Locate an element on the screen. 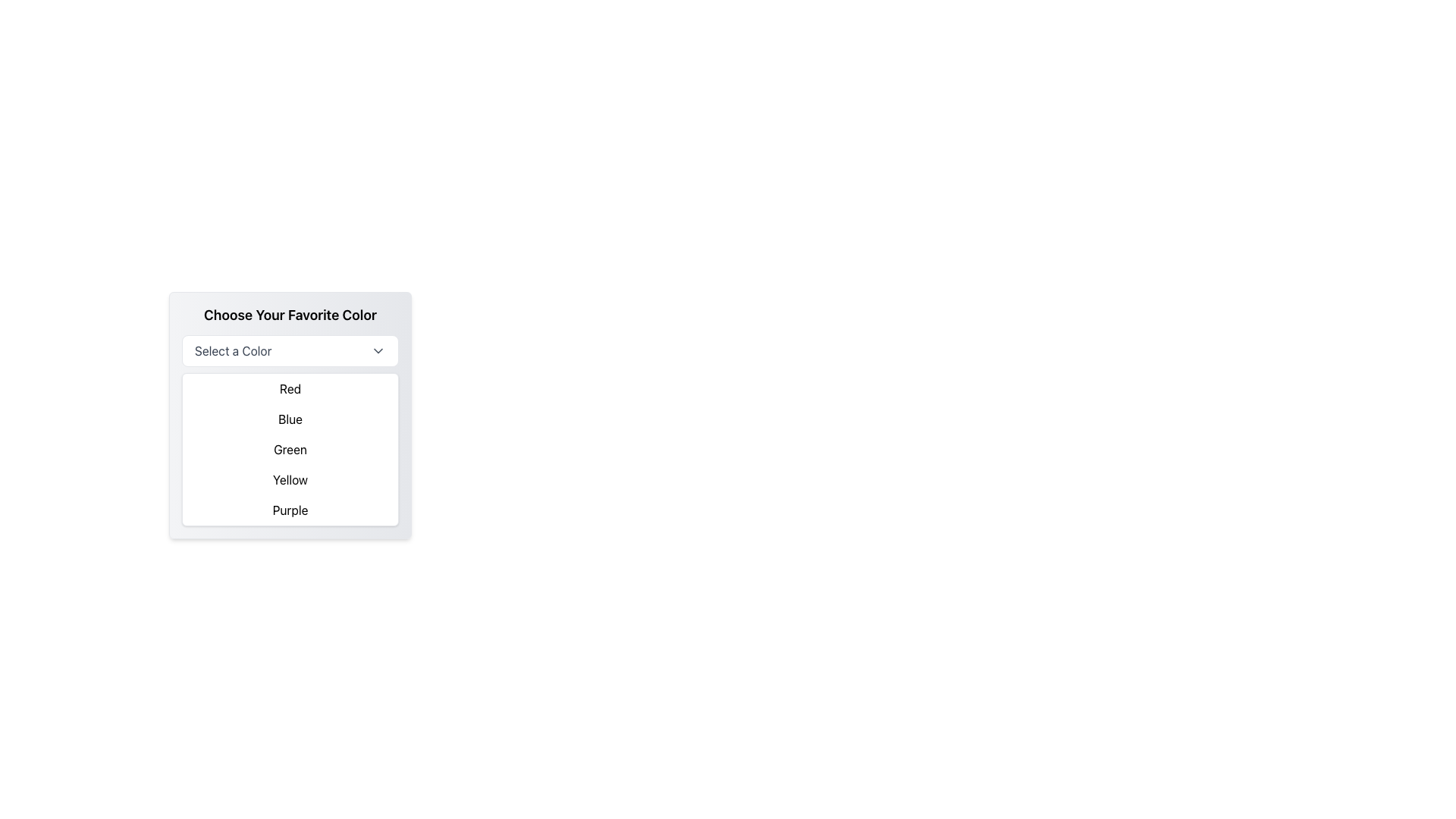  the selectable color option 'Yellow' in the dropdown menu is located at coordinates (290, 479).